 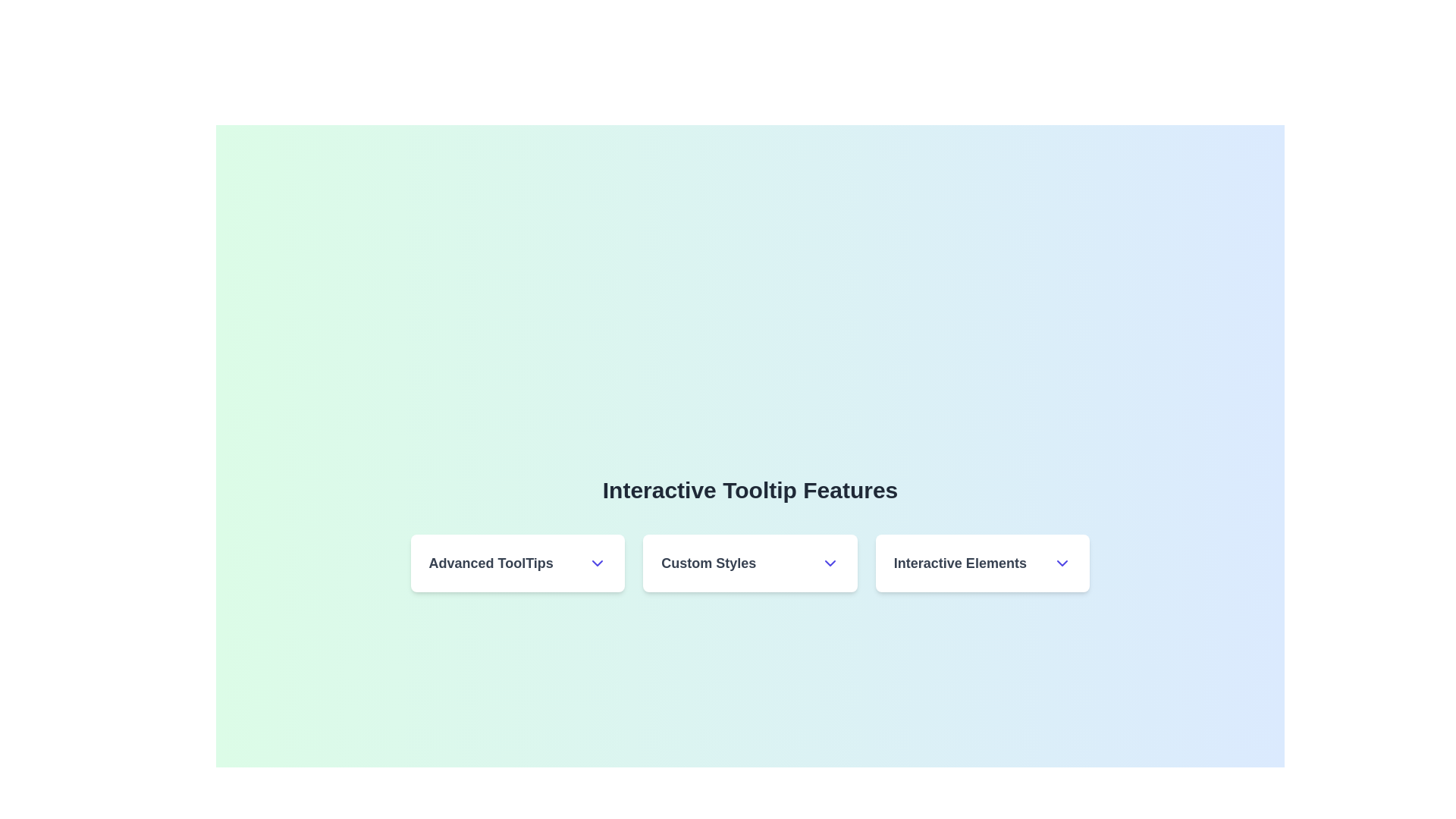 What do you see at coordinates (517, 563) in the screenshot?
I see `the 'Advanced ToolTips' text label` at bounding box center [517, 563].